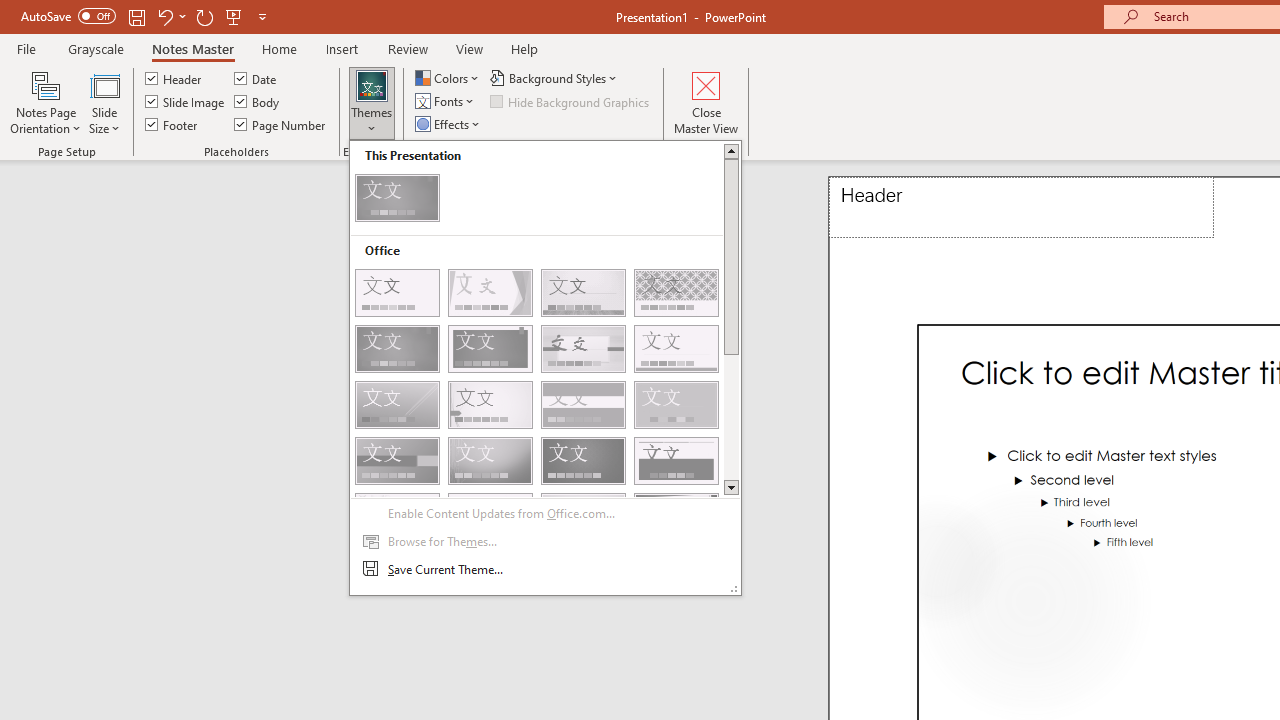 Image resolution: width=1280 pixels, height=720 pixels. I want to click on 'Themes', so click(372, 103).